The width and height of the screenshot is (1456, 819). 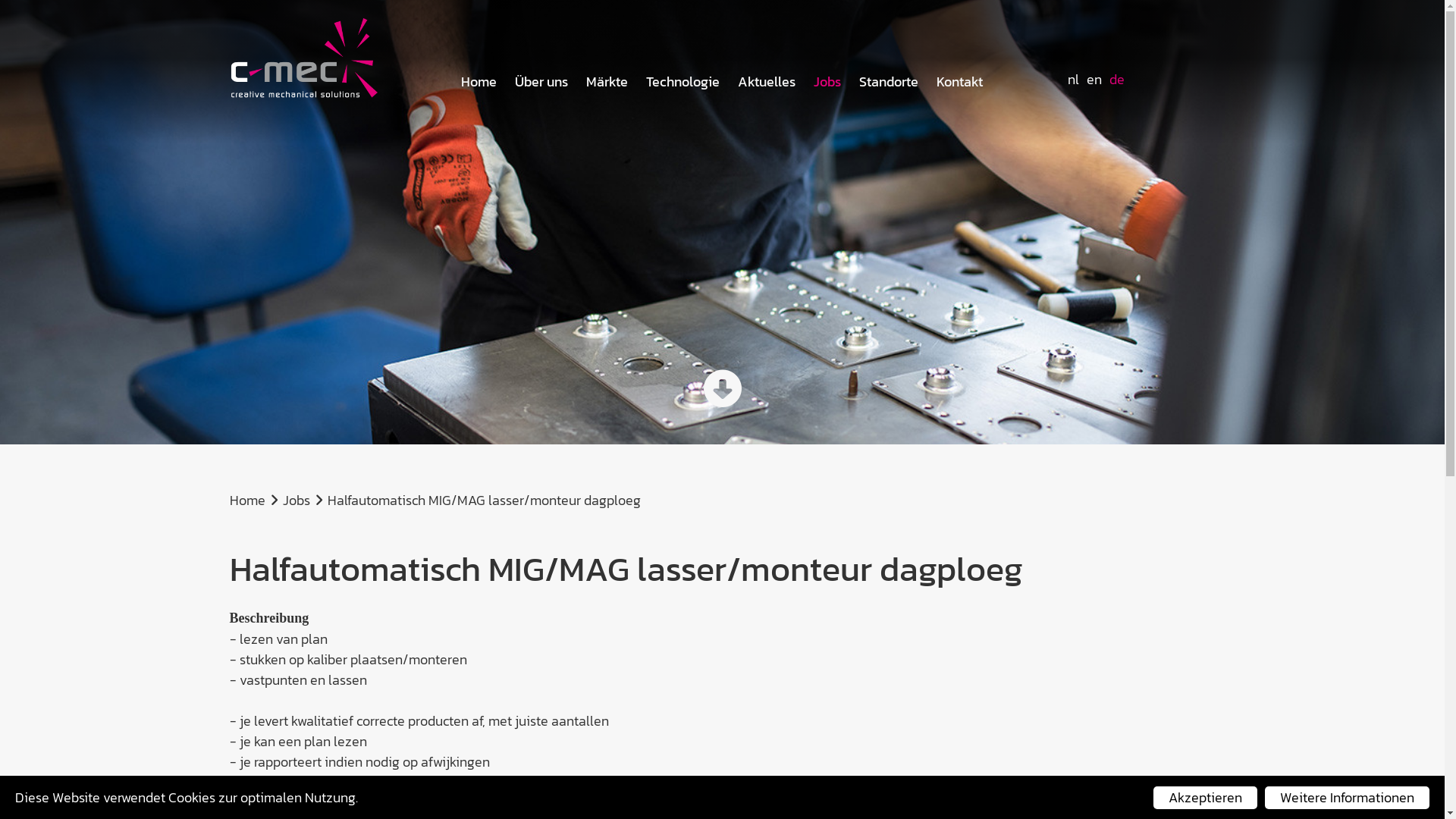 What do you see at coordinates (1204, 797) in the screenshot?
I see `'Akzeptieren'` at bounding box center [1204, 797].